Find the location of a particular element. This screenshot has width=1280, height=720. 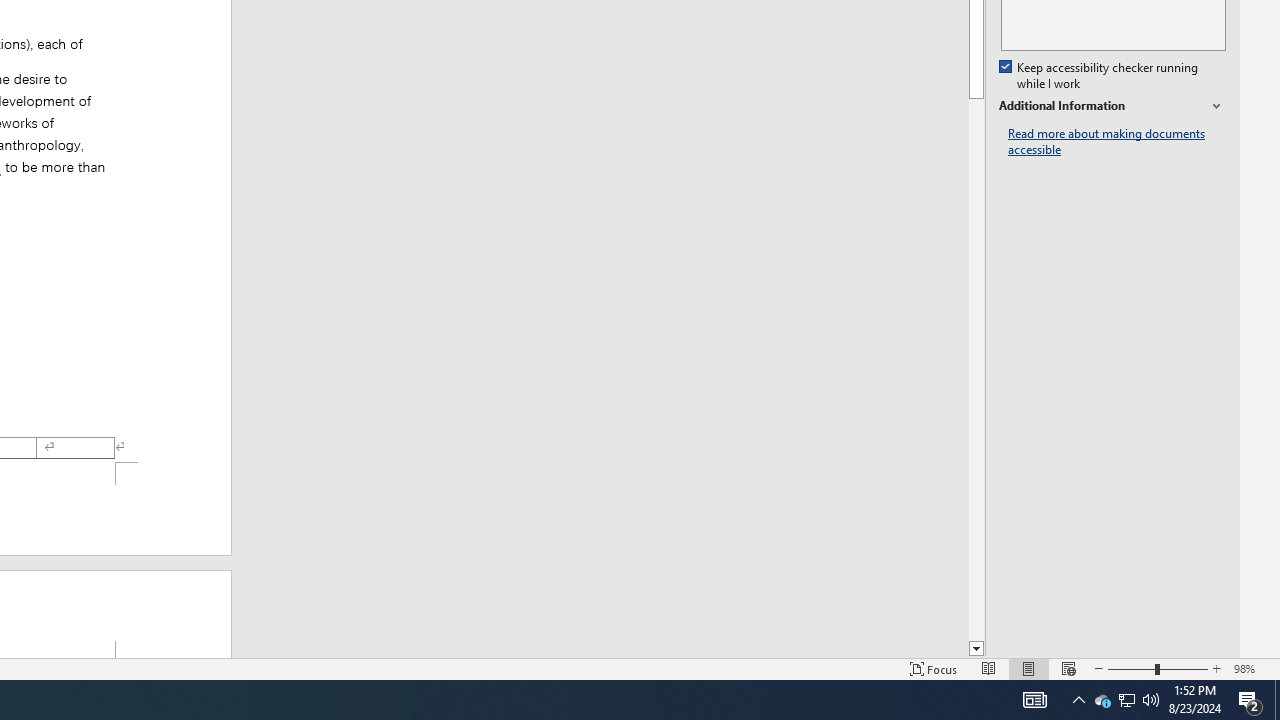

'Keep accessibility checker running while I work' is located at coordinates (1099, 75).